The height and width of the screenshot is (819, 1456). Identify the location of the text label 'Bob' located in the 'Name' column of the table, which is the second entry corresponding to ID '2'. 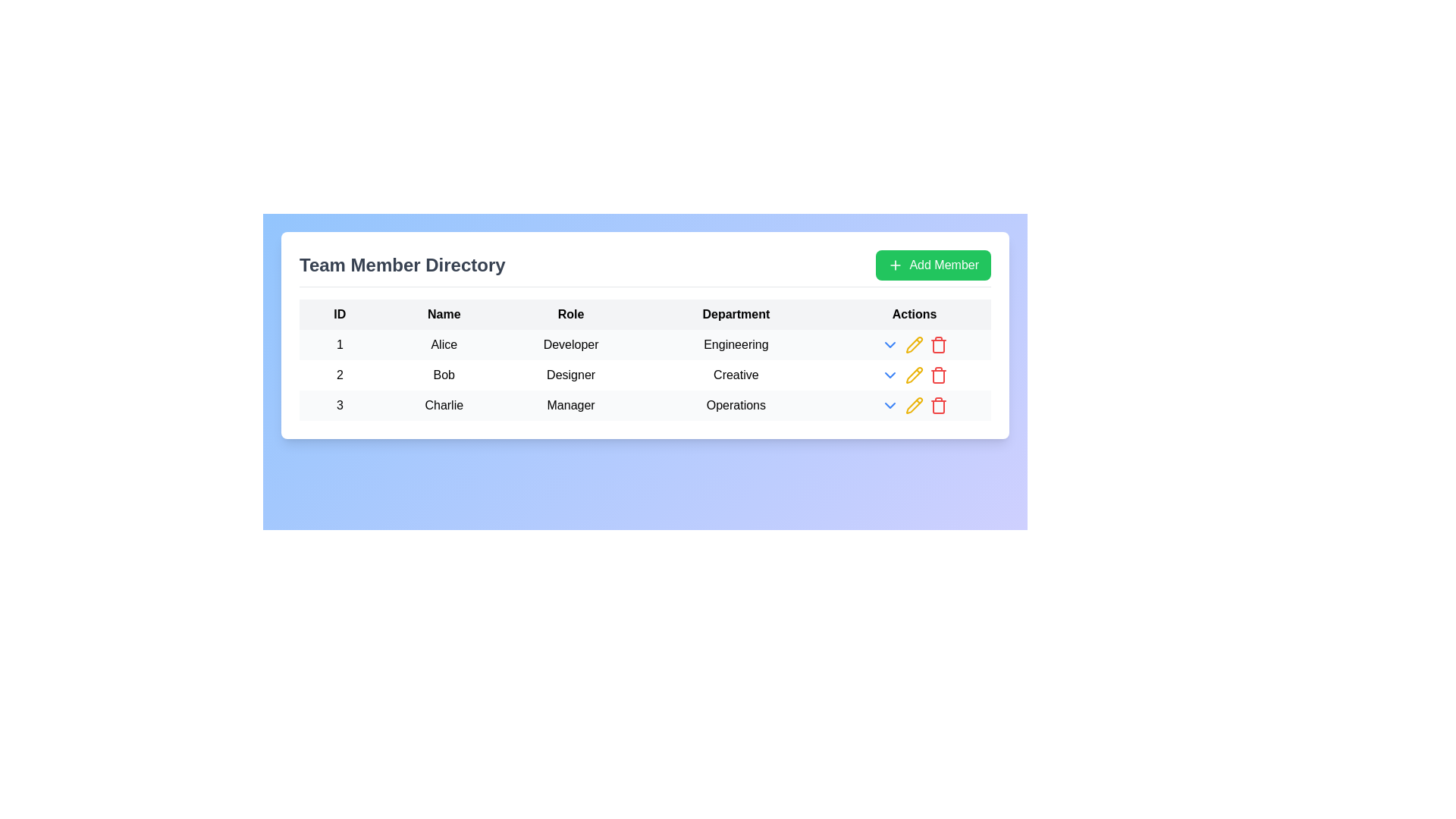
(443, 375).